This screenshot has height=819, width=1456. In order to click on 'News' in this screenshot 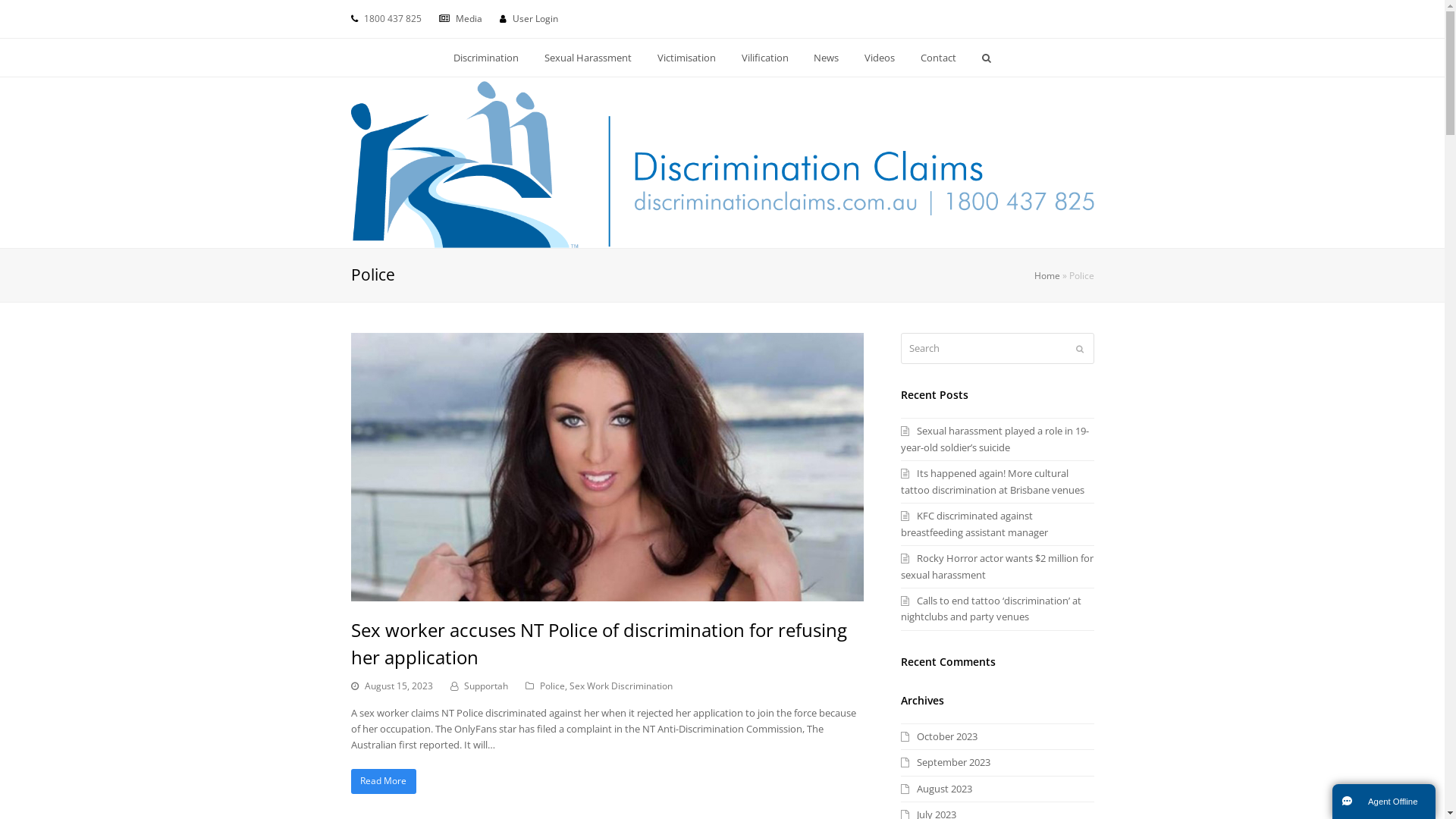, I will do `click(825, 57)`.